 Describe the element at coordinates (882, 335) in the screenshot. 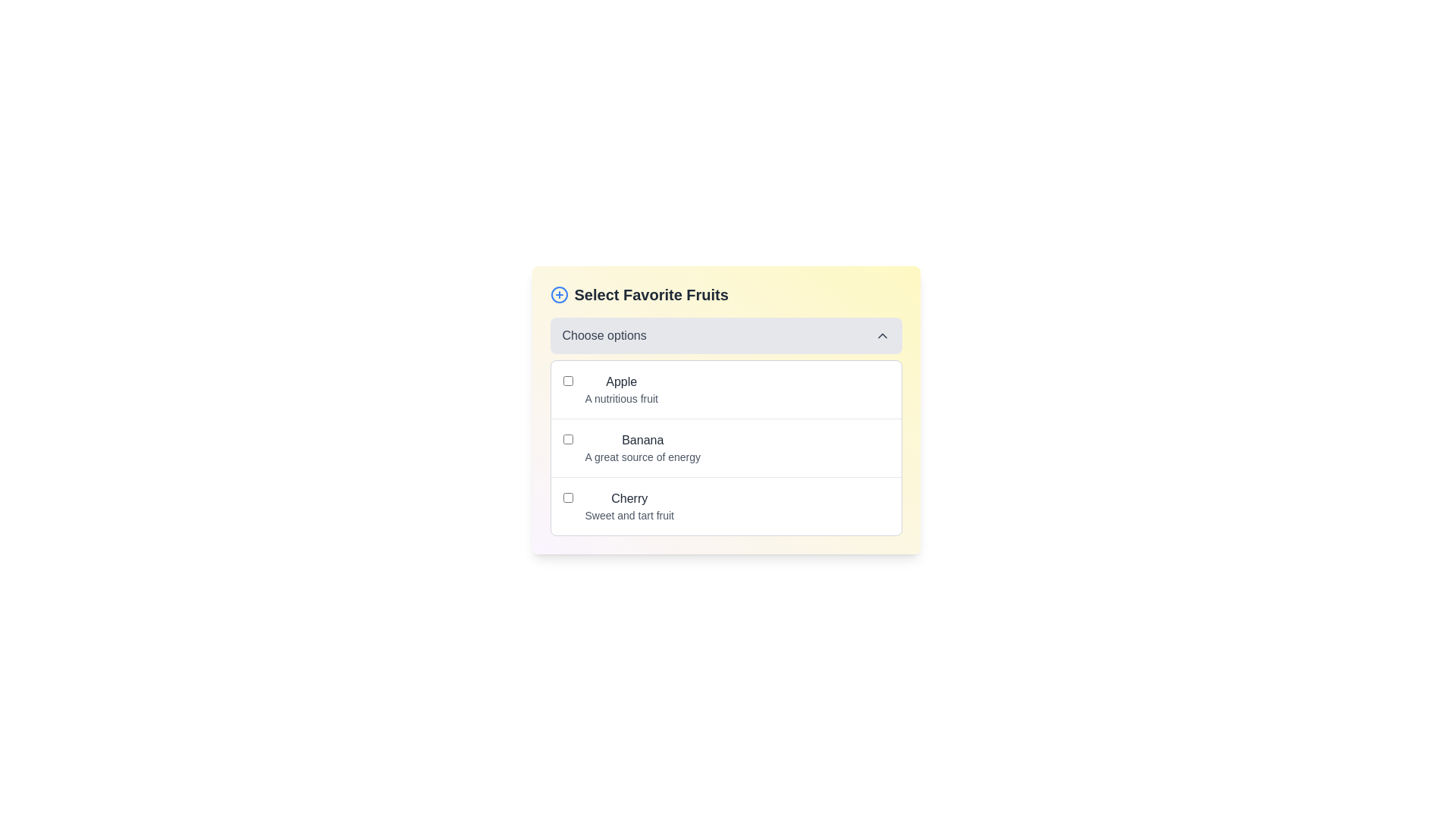

I see `the upward-pointing triangle icon button located in the rightmost part of the 'Choose options' box` at that location.